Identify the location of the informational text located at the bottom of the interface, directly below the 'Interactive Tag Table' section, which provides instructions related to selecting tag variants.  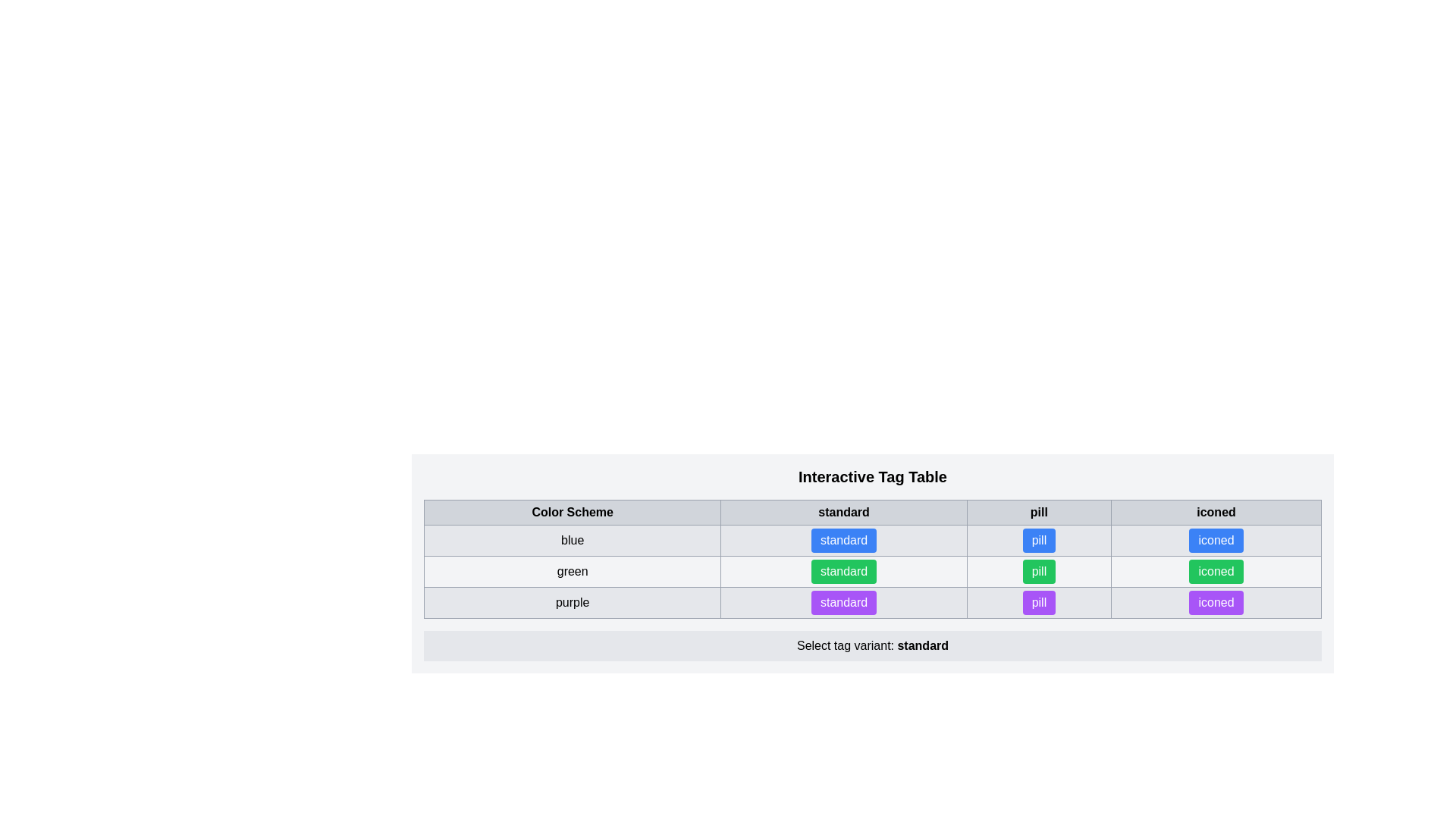
(873, 646).